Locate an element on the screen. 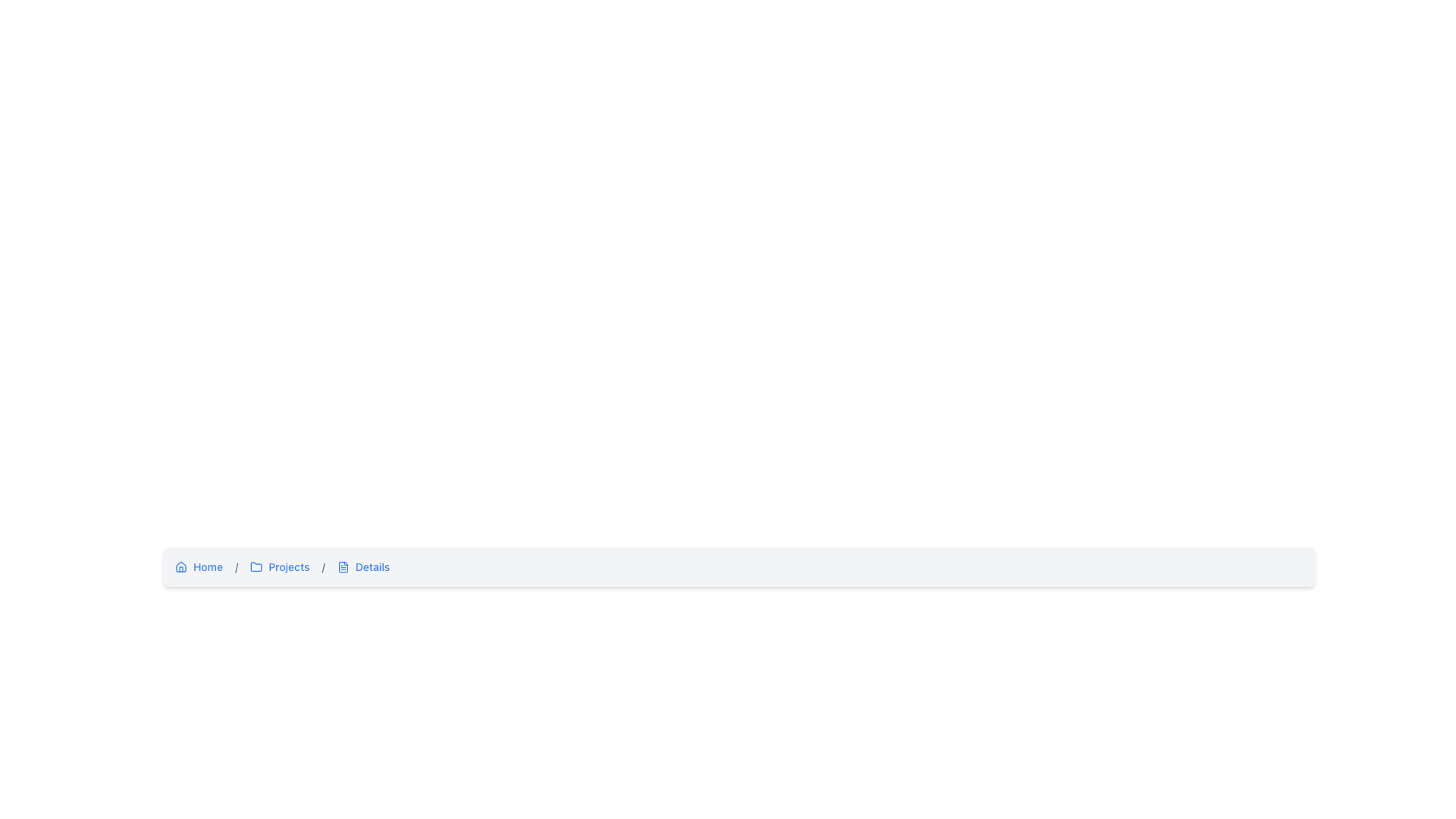 The height and width of the screenshot is (819, 1456). the 'Home' breadcrumb navigational link, which is the first element in the breadcrumb navigation bar and styled with a hover effect and underlined when hovered is located at coordinates (198, 567).